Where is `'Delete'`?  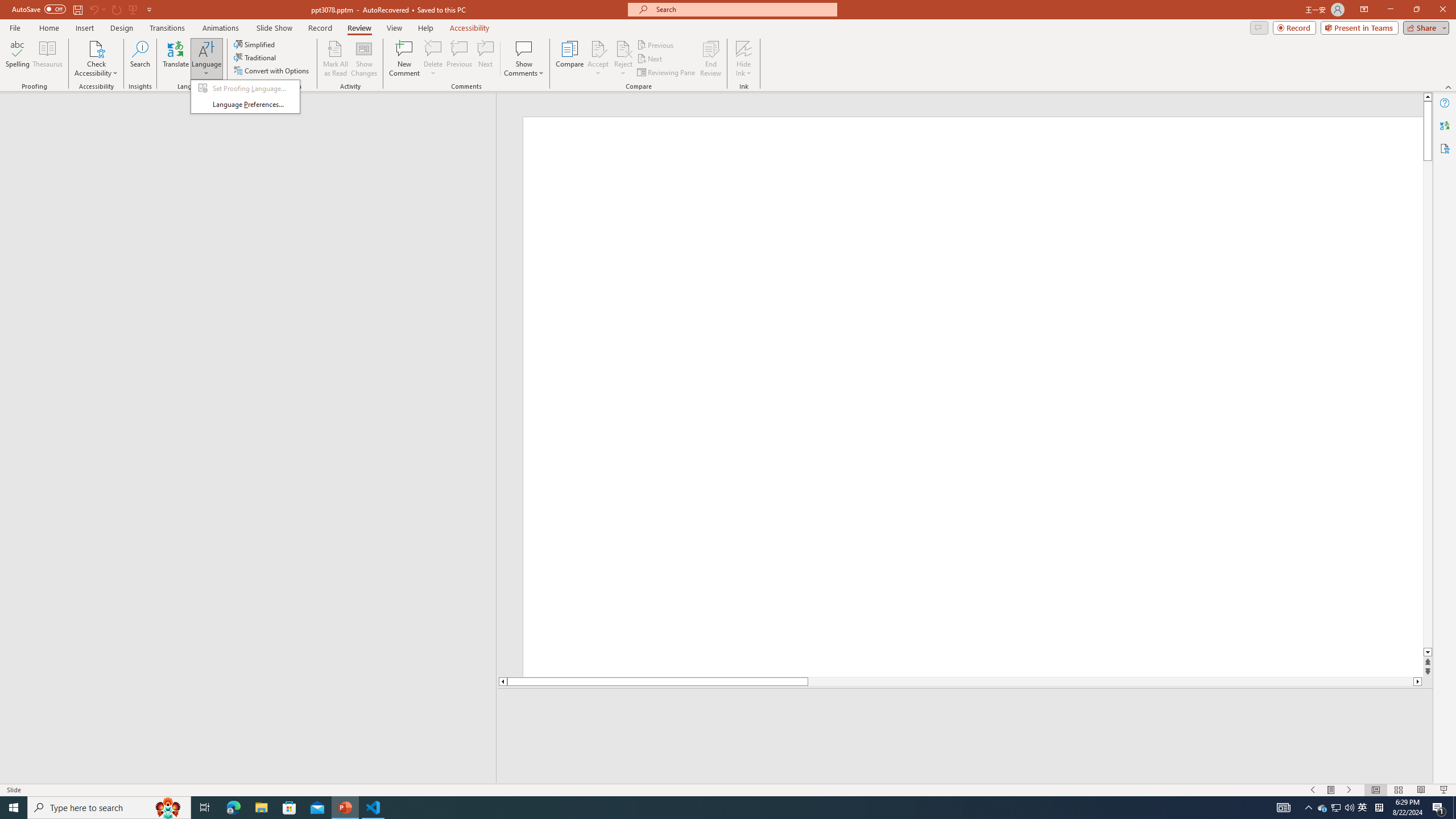 'Delete' is located at coordinates (433, 59).